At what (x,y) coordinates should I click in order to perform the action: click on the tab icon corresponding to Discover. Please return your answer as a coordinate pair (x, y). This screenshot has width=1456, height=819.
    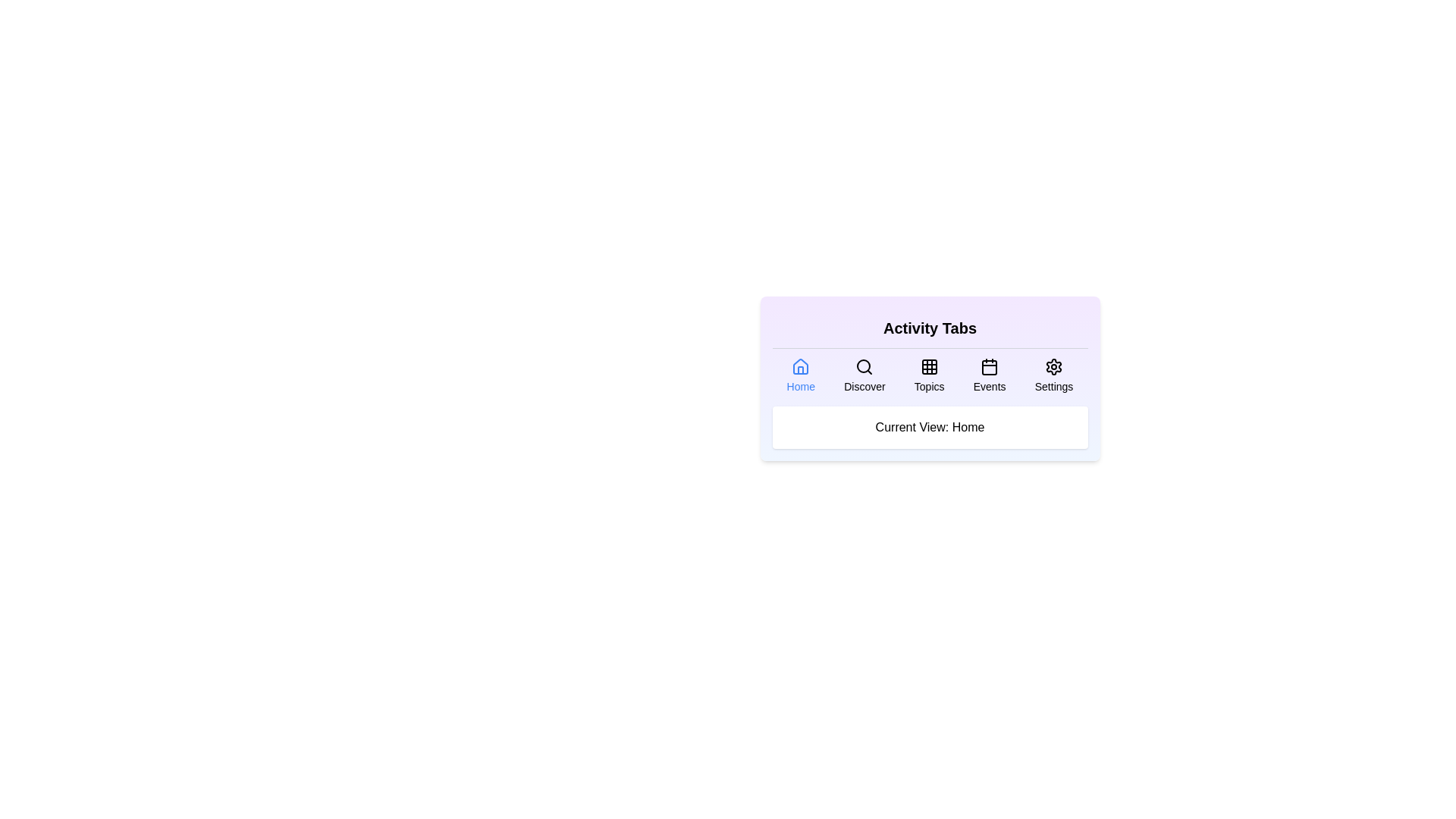
    Looking at the image, I should click on (864, 375).